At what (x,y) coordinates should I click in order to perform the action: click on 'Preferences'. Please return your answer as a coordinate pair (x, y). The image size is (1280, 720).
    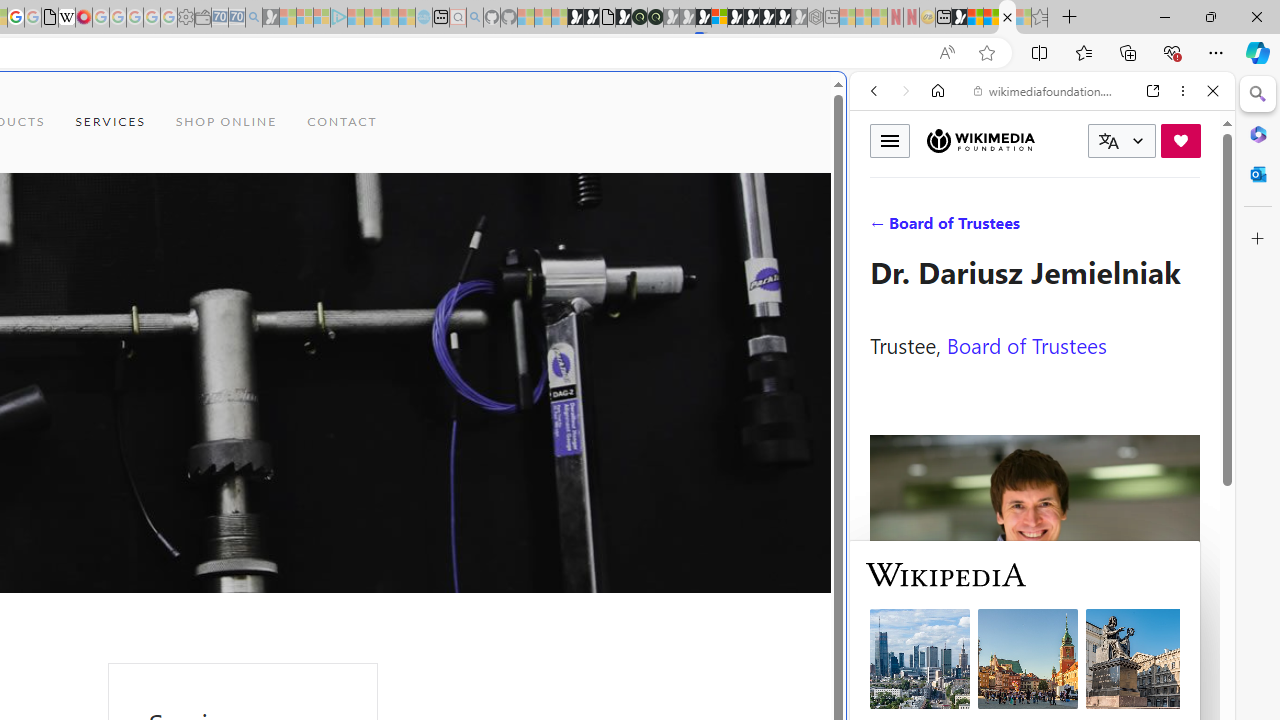
    Looking at the image, I should click on (1189, 227).